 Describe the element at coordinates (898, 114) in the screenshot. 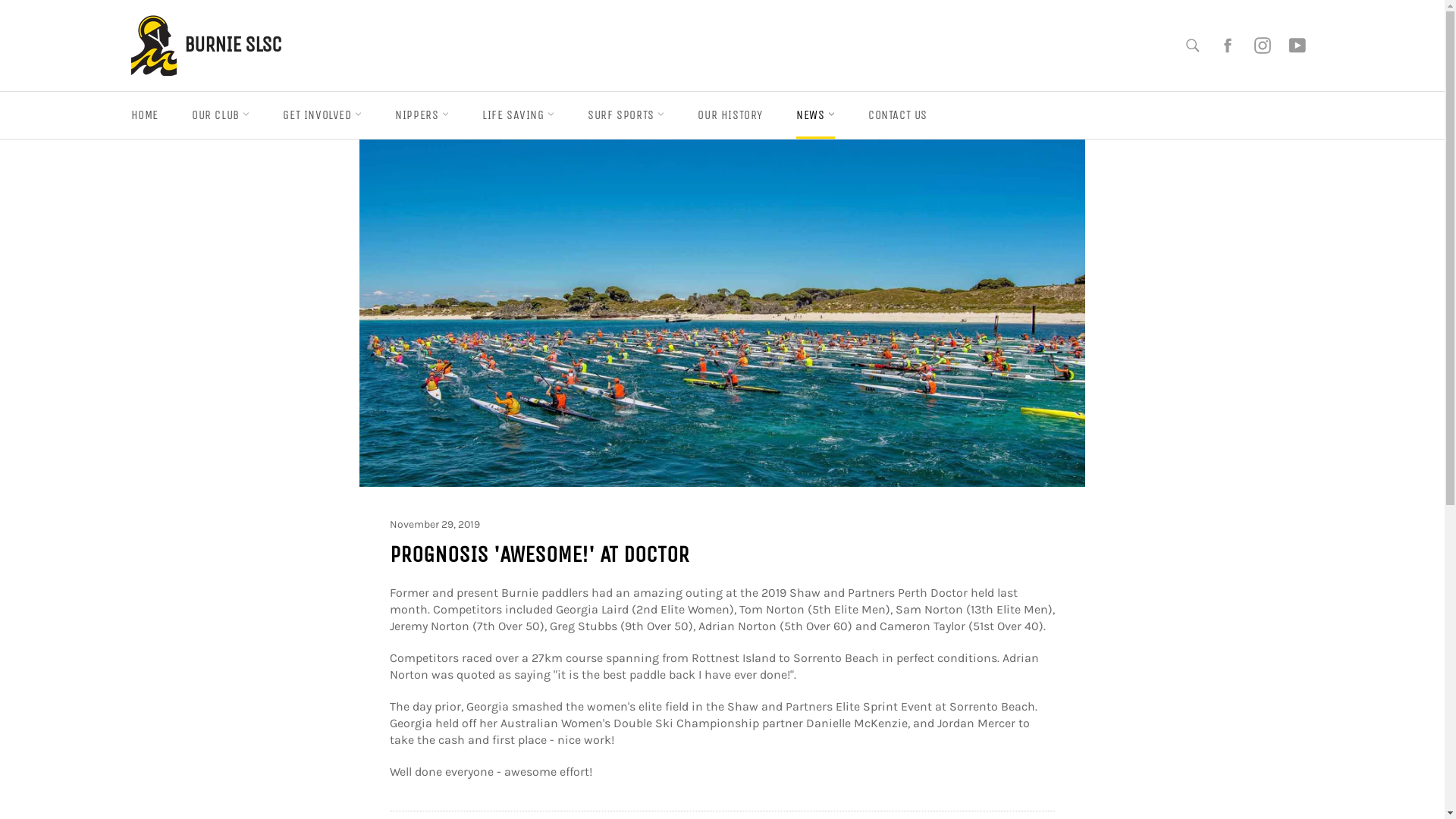

I see `'CONTACT US'` at that location.